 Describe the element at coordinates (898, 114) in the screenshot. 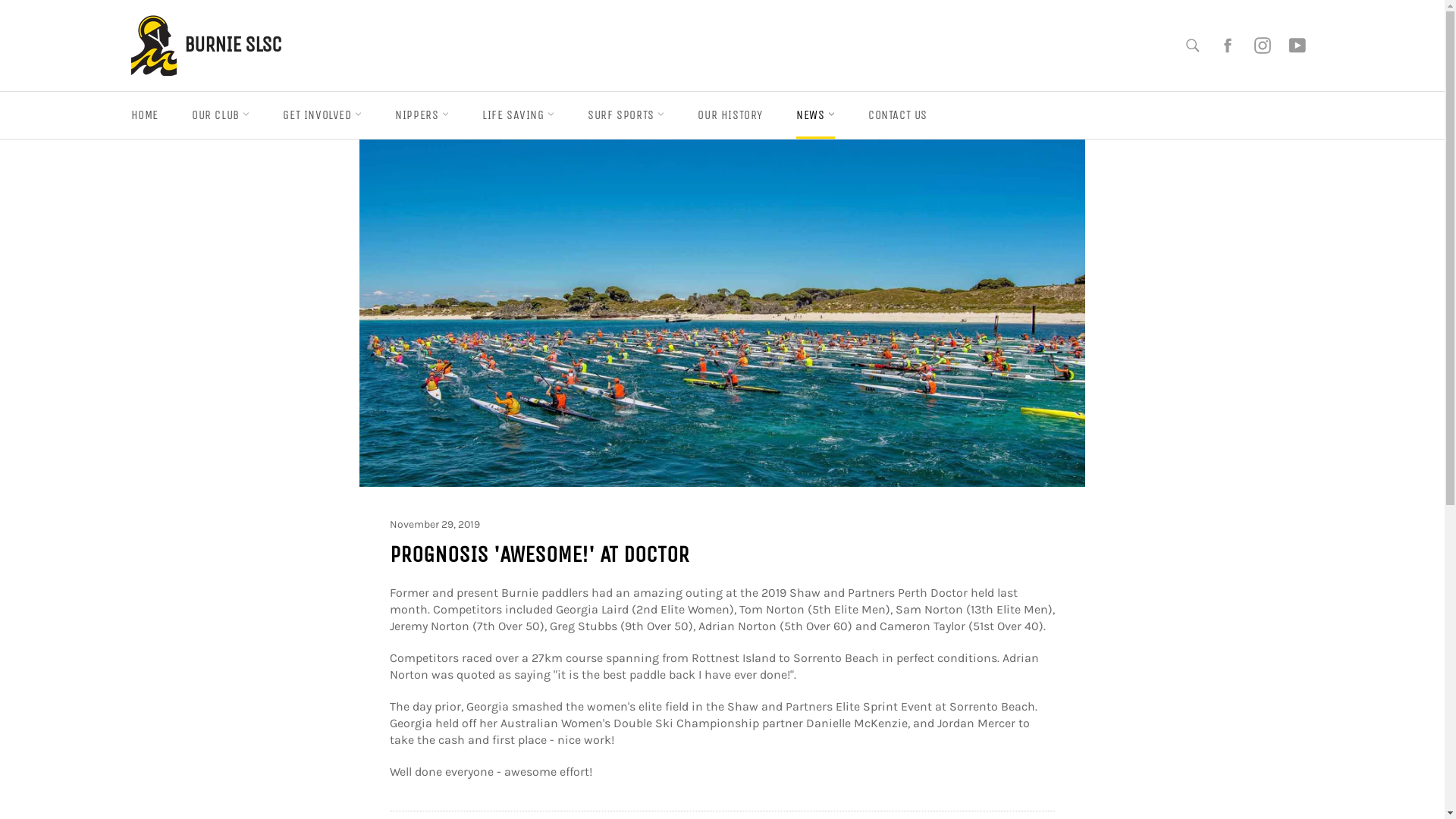

I see `'CONTACT US'` at that location.